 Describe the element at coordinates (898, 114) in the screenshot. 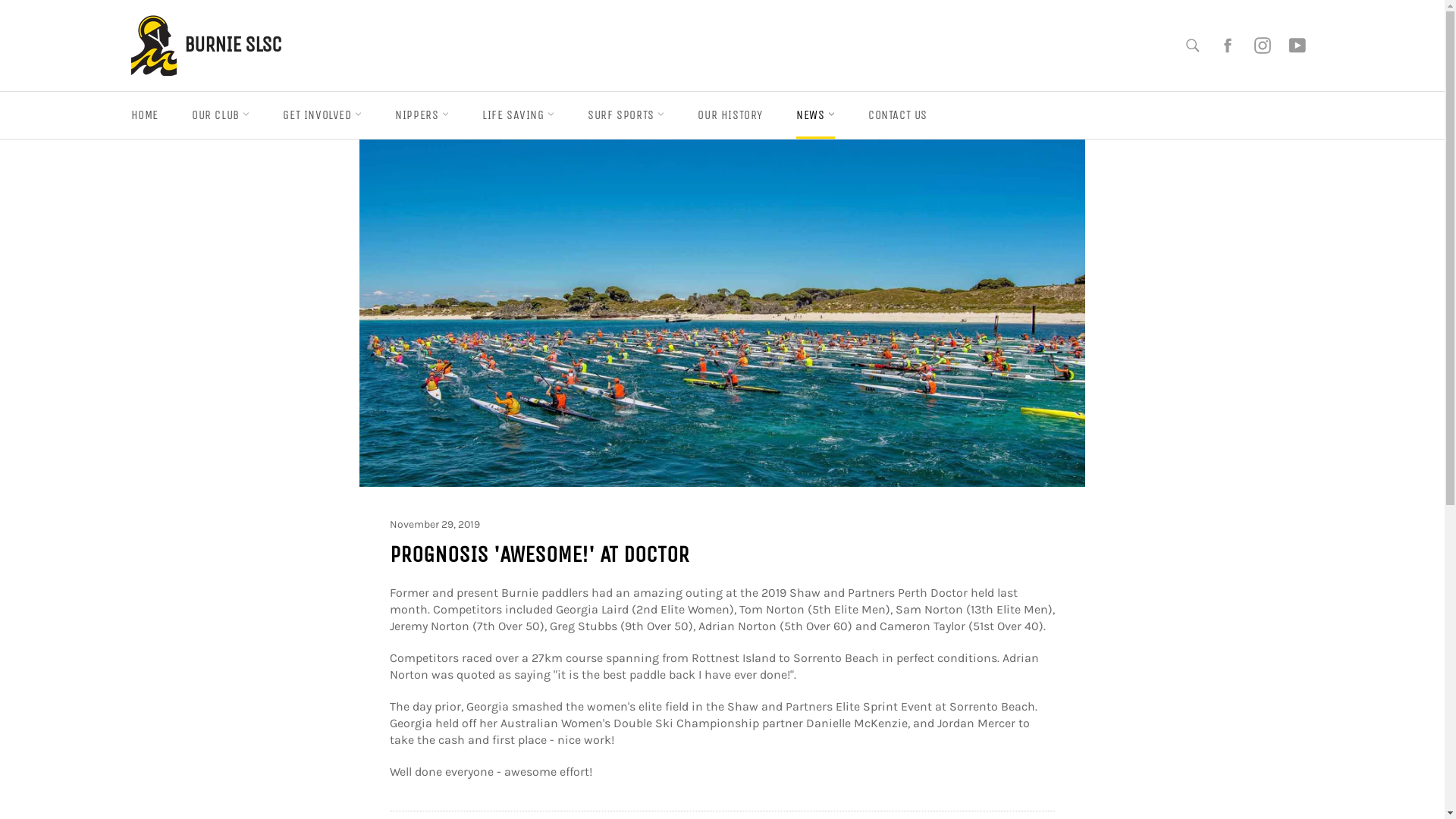

I see `'CONTACT US'` at that location.